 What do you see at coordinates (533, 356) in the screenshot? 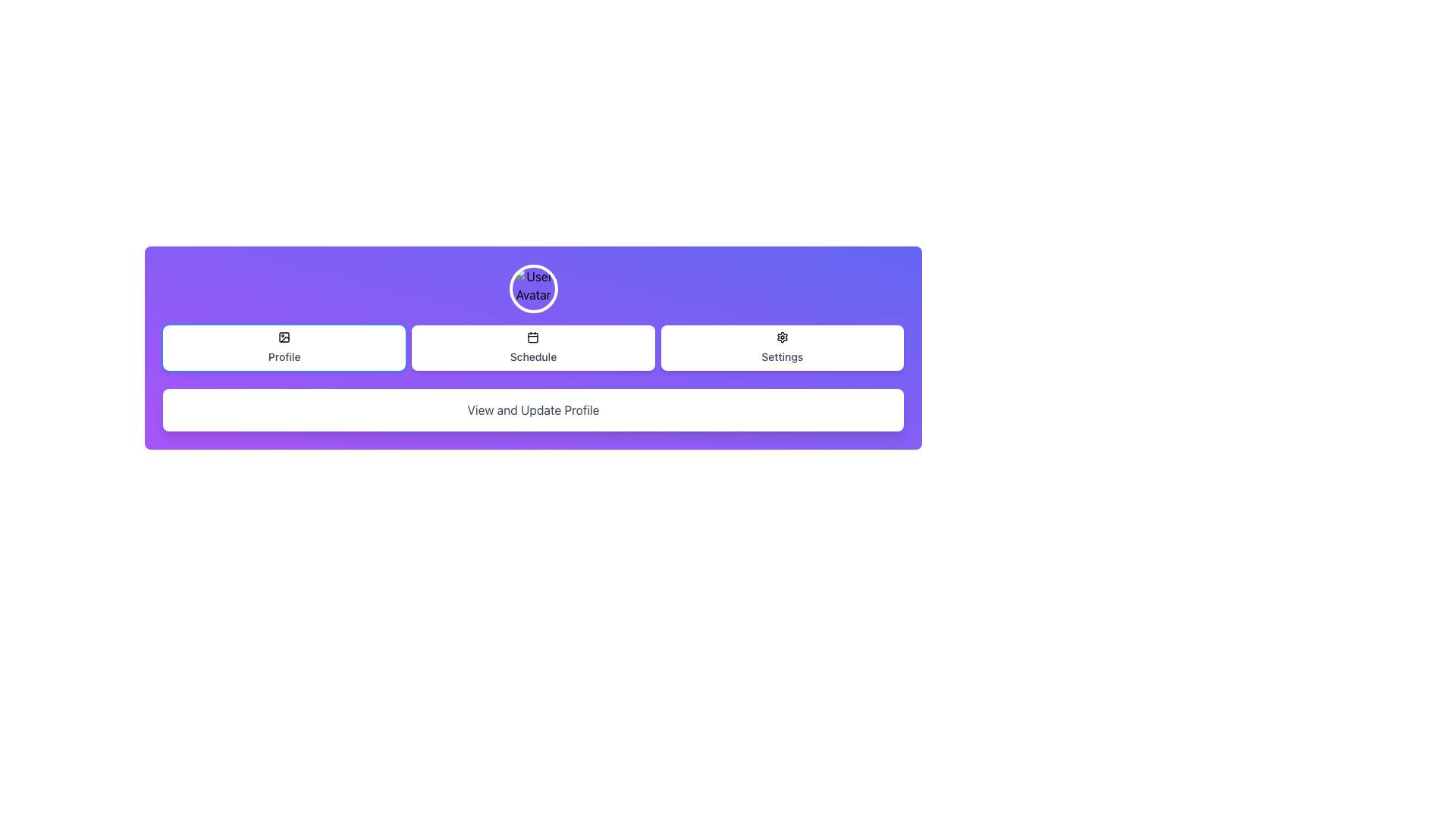
I see `the text label reading 'Schedule' which is styled with a small font size and medium font weight, located centrally within a card-like component` at bounding box center [533, 356].